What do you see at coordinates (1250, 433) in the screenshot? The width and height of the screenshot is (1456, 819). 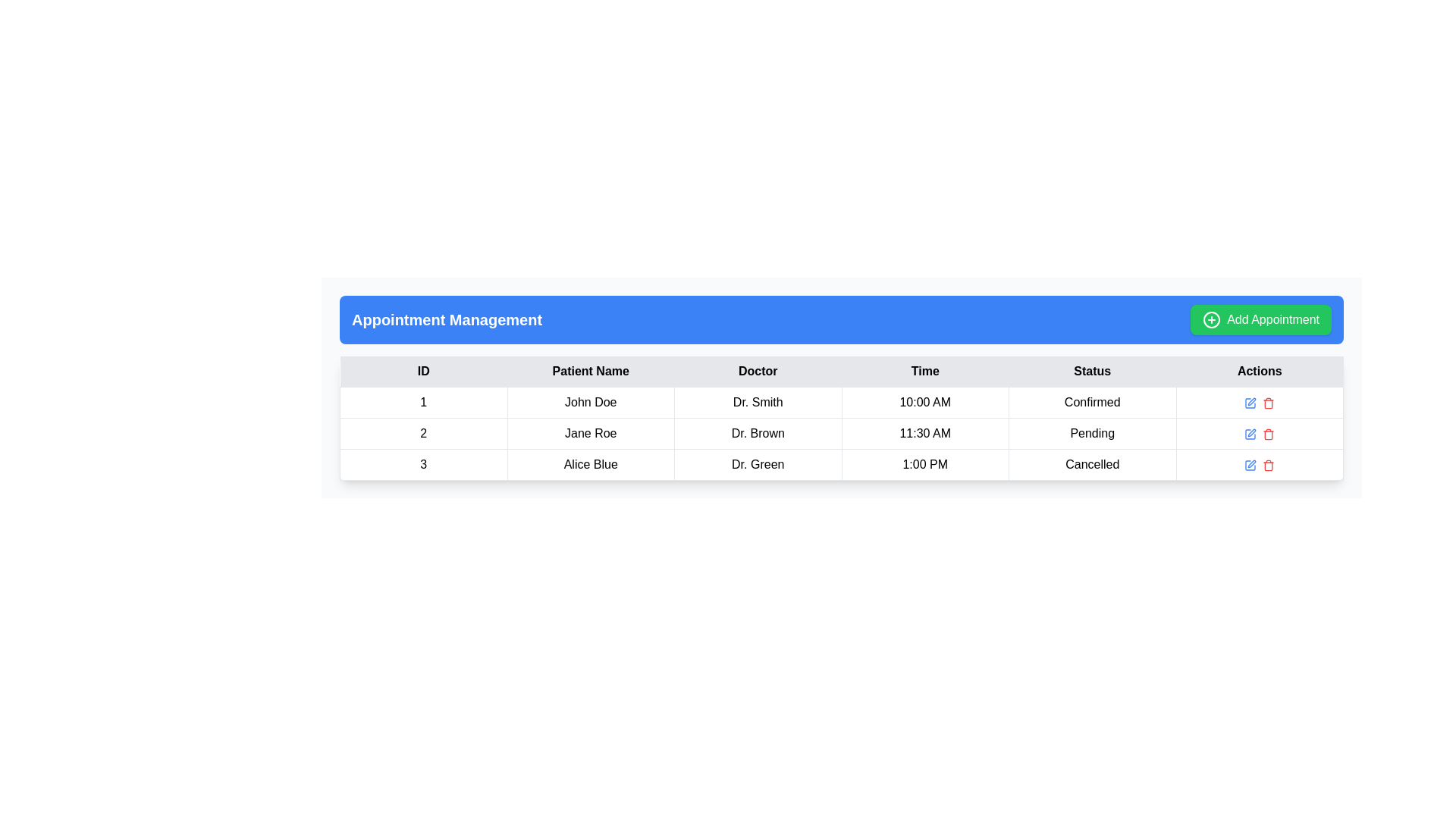 I see `the edit icon button located in the 'Actions' column of the second row in the table` at bounding box center [1250, 433].